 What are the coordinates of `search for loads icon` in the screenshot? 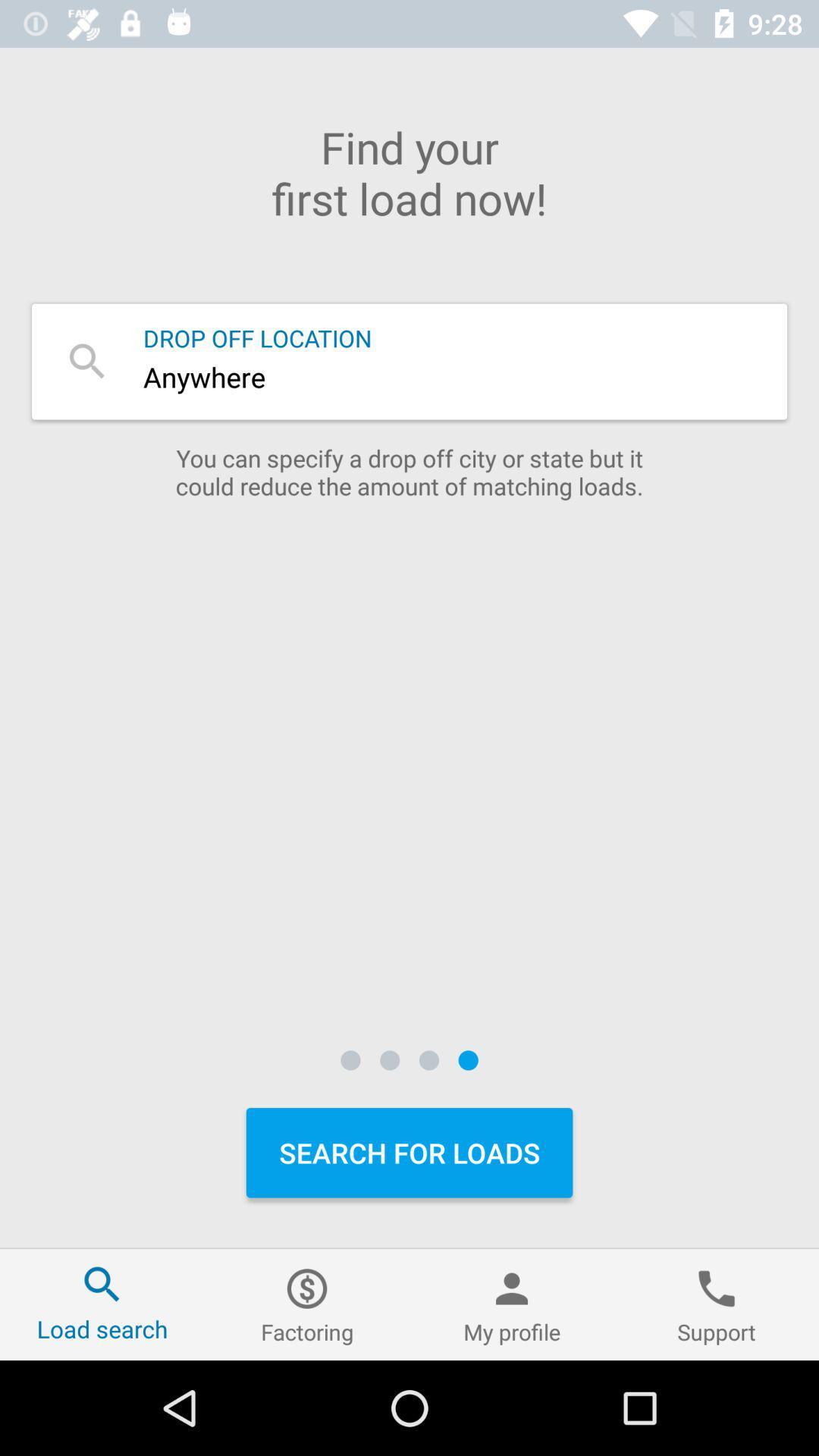 It's located at (409, 1153).